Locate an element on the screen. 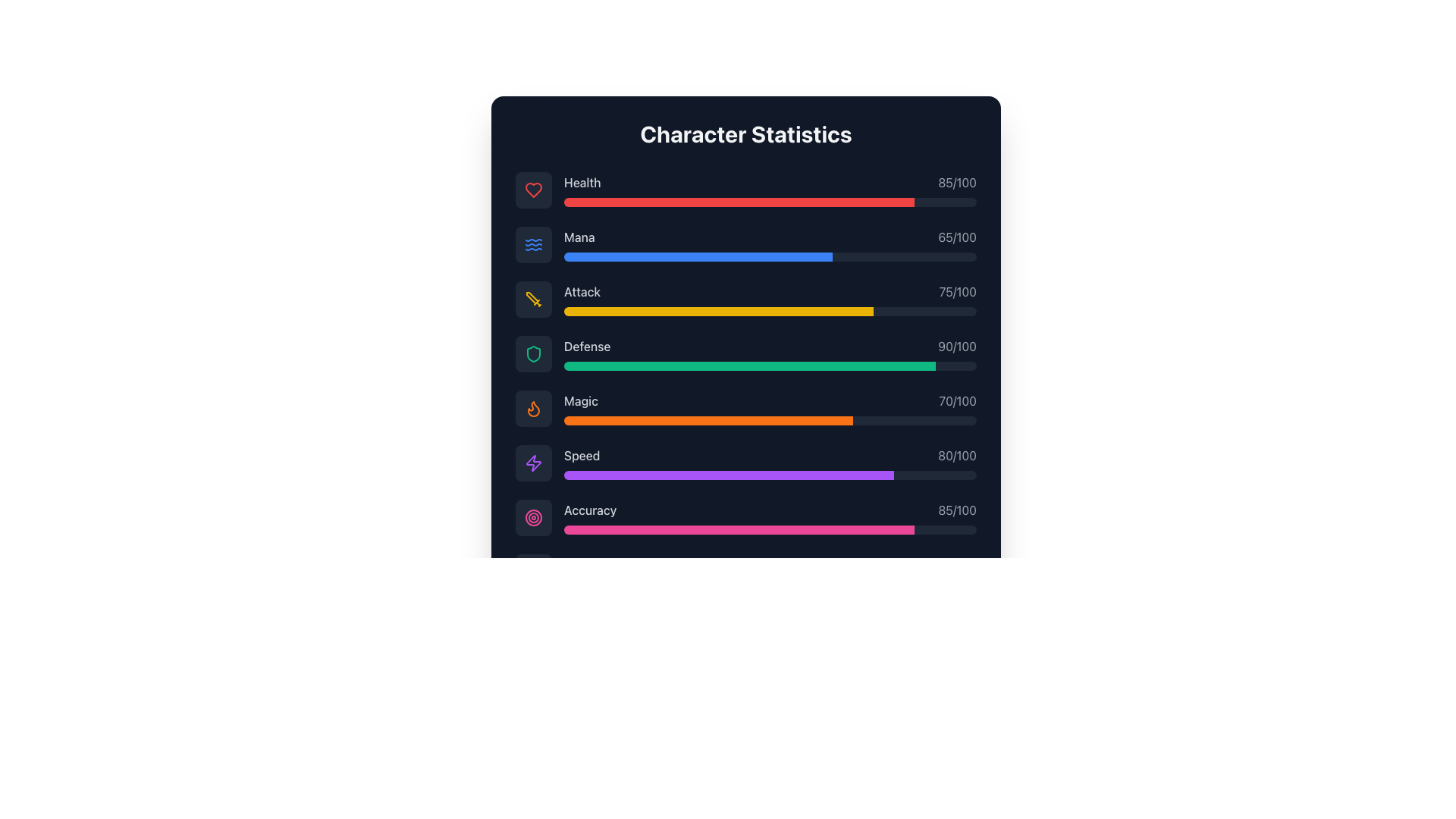 The width and height of the screenshot is (1456, 819). score value displayed in the static text label '90/100' on the far-right side of the 'Defense' row, adjacent to the progress bar is located at coordinates (956, 346).